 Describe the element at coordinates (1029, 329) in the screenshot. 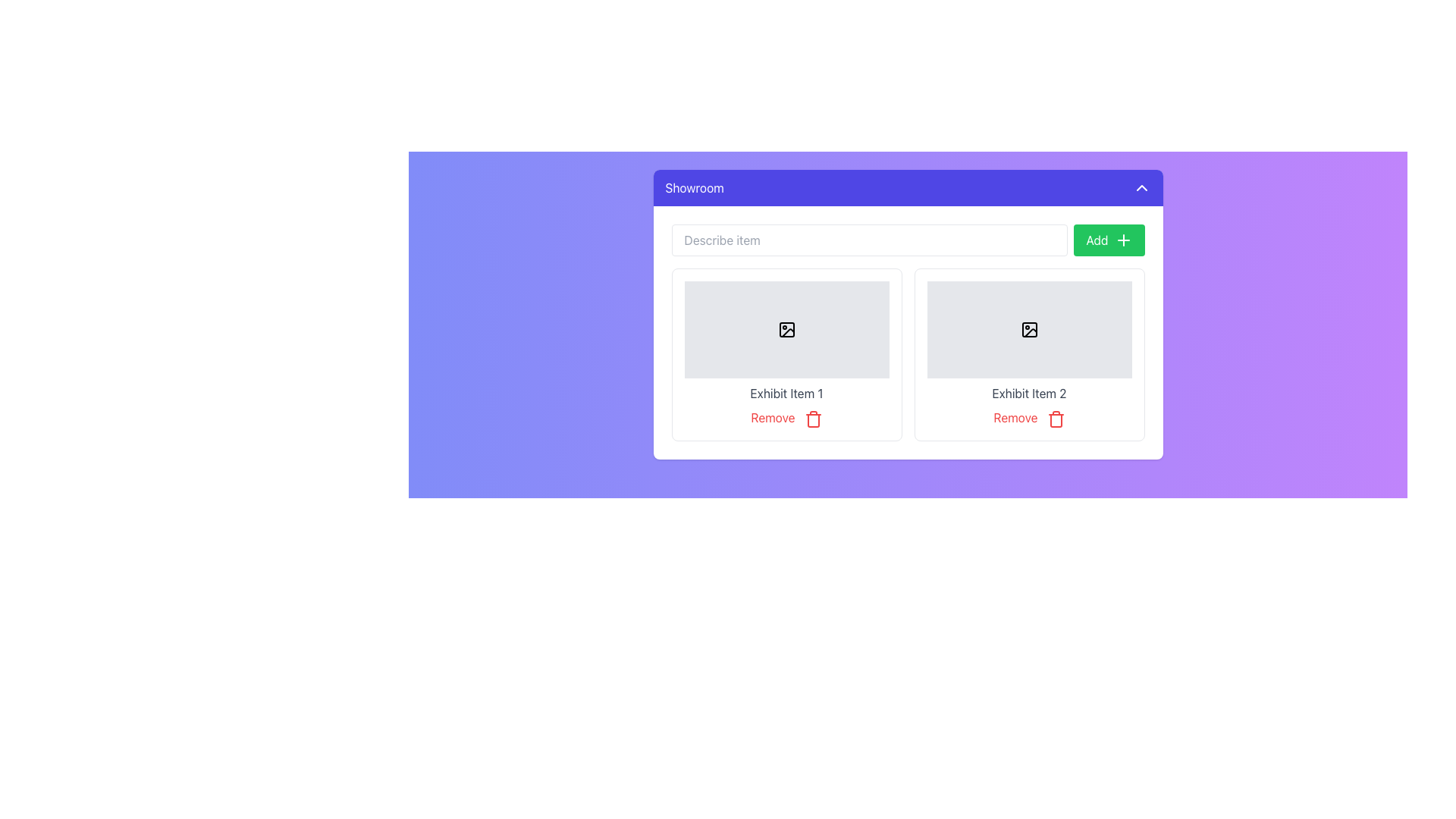

I see `the minimalist image placeholder icon located in the second position of the horizontally aligned grid layout, which has a light gray background` at that location.